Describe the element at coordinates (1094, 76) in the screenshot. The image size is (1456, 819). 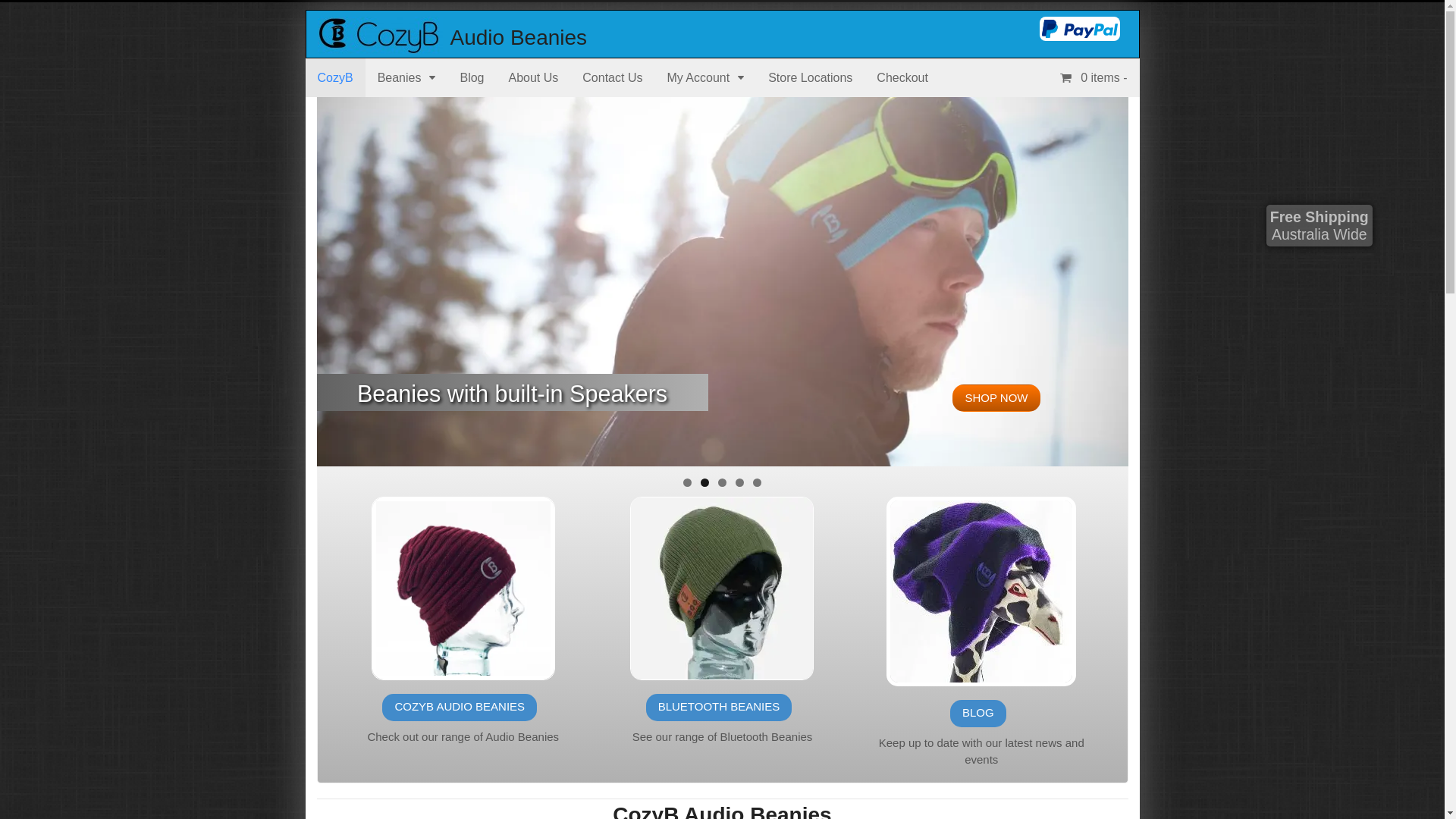
I see `'0 items -'` at that location.